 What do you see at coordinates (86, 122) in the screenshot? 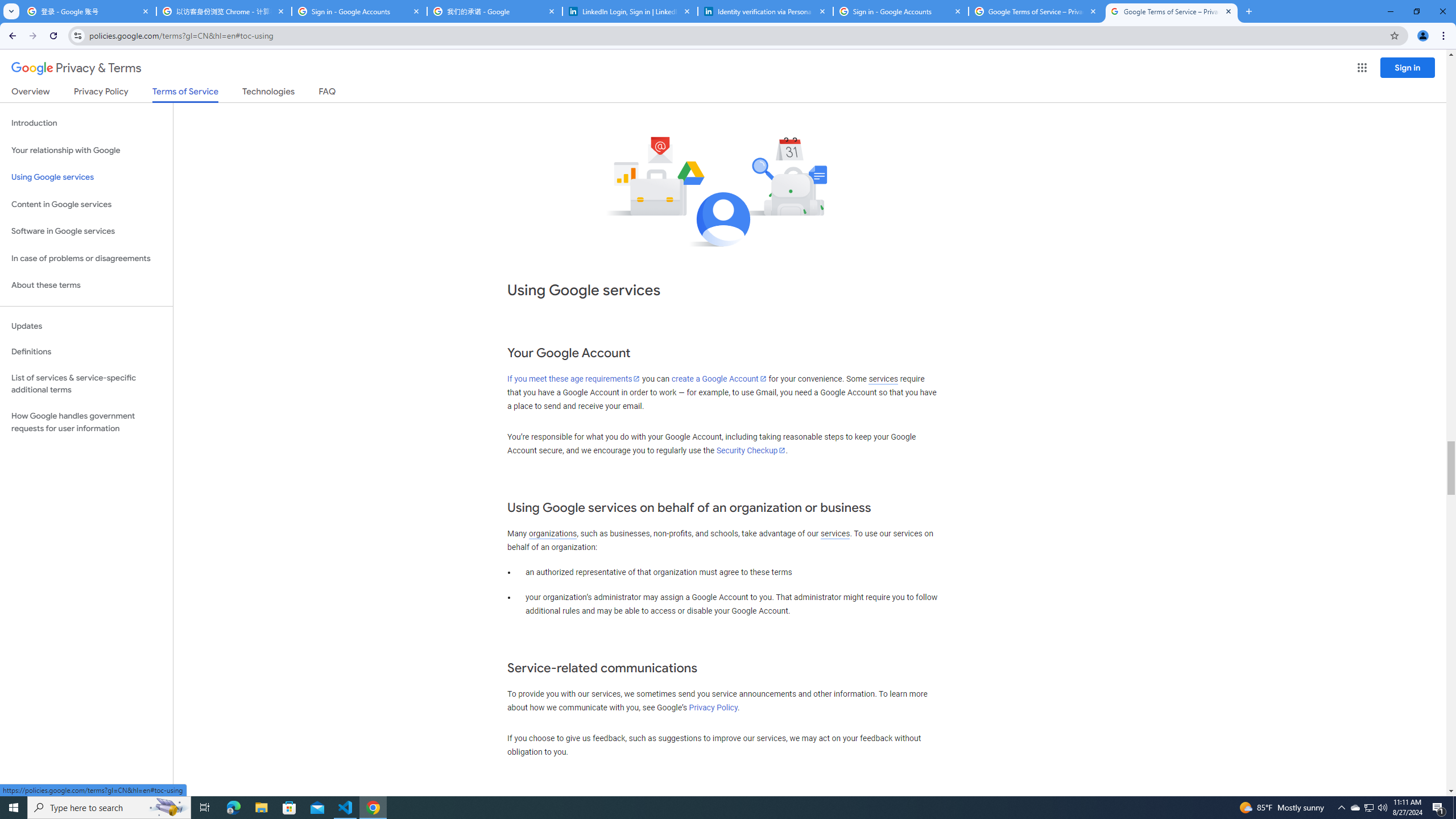
I see `'Introduction'` at bounding box center [86, 122].